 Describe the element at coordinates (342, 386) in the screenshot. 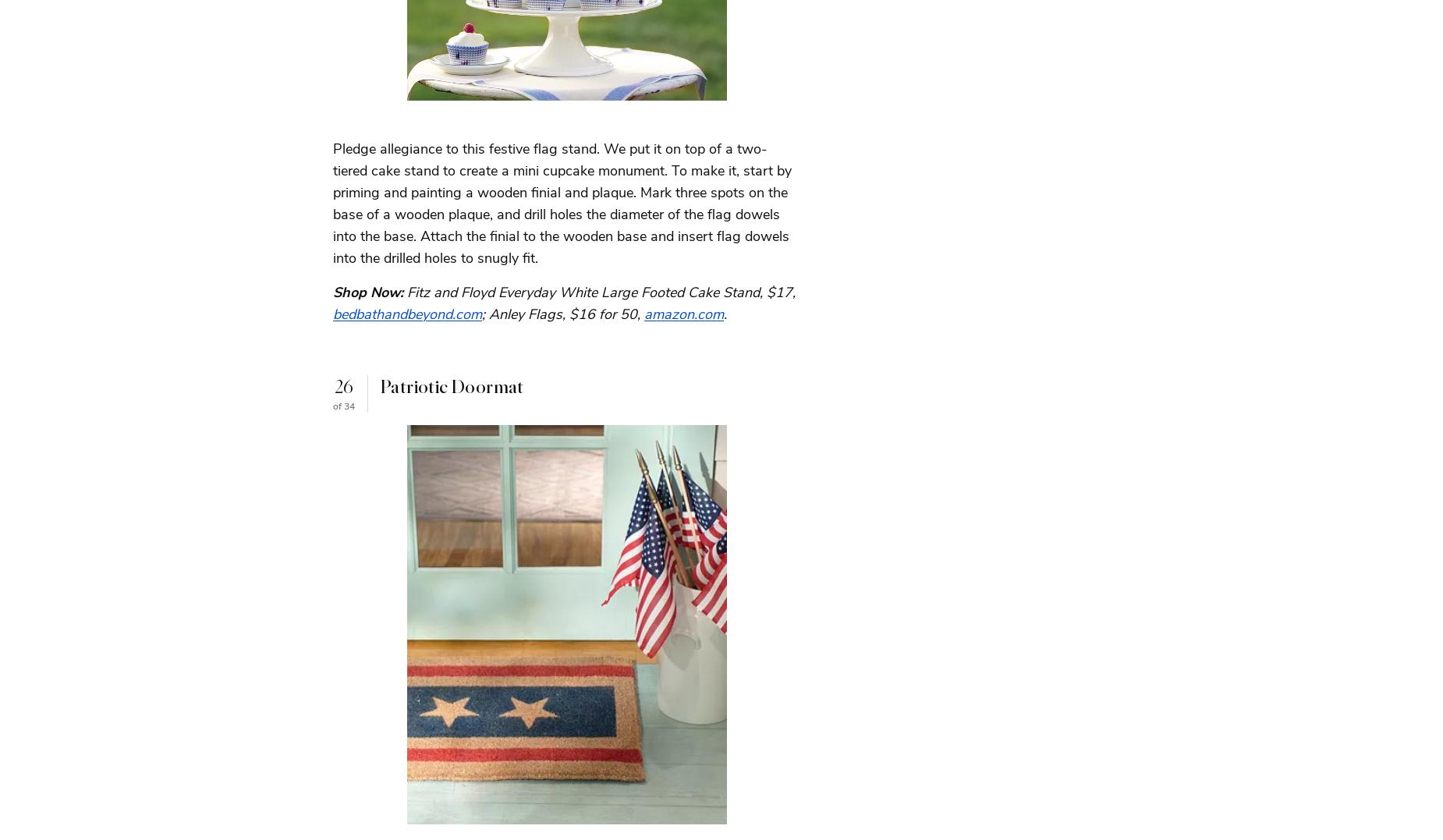

I see `'26'` at that location.